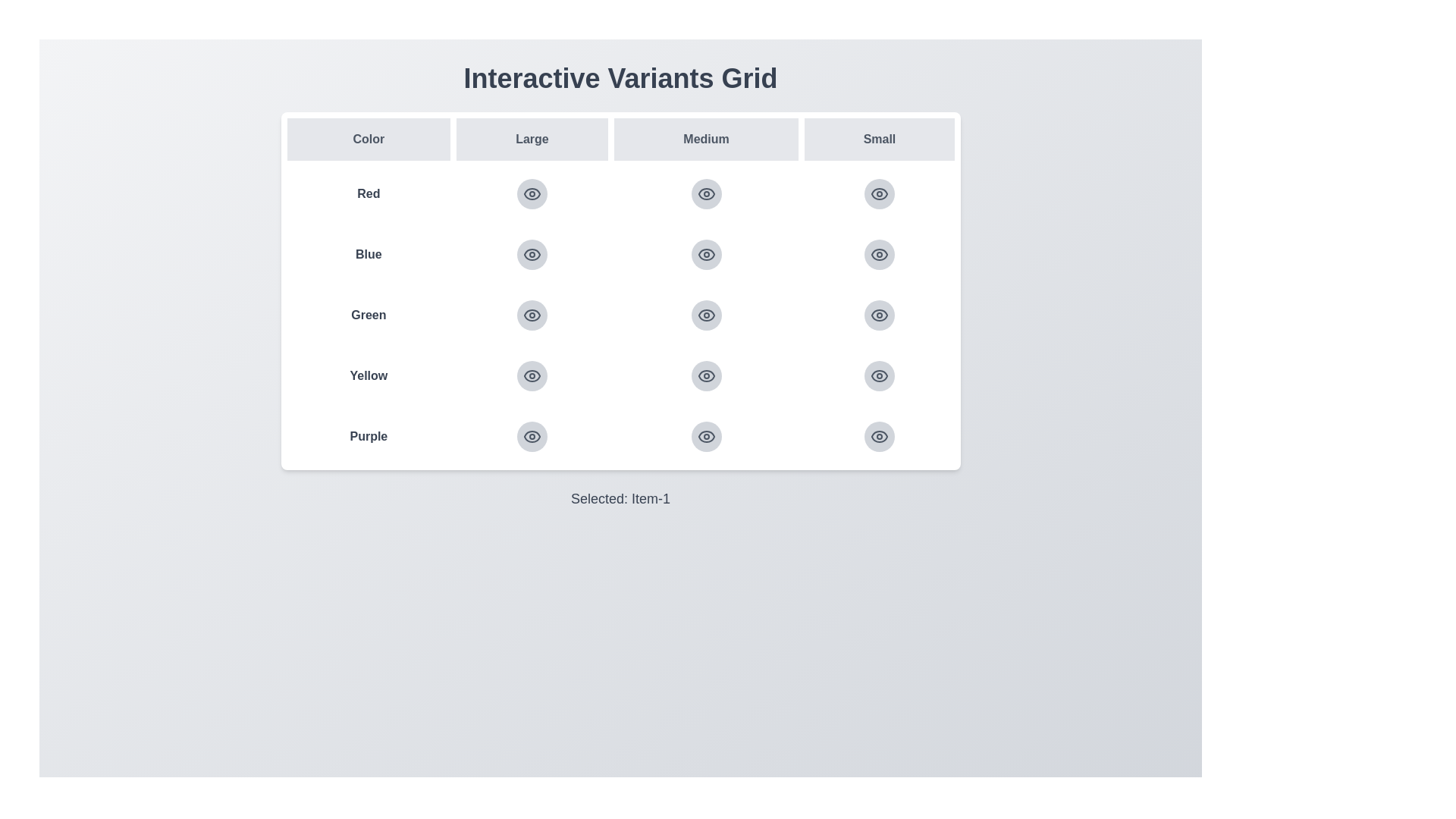 The height and width of the screenshot is (819, 1456). Describe the element at coordinates (878, 193) in the screenshot. I see `the circular icon button with an eye-shaped icon located in the fifth column of the first row under the 'Interactive Variants Grid'` at that location.